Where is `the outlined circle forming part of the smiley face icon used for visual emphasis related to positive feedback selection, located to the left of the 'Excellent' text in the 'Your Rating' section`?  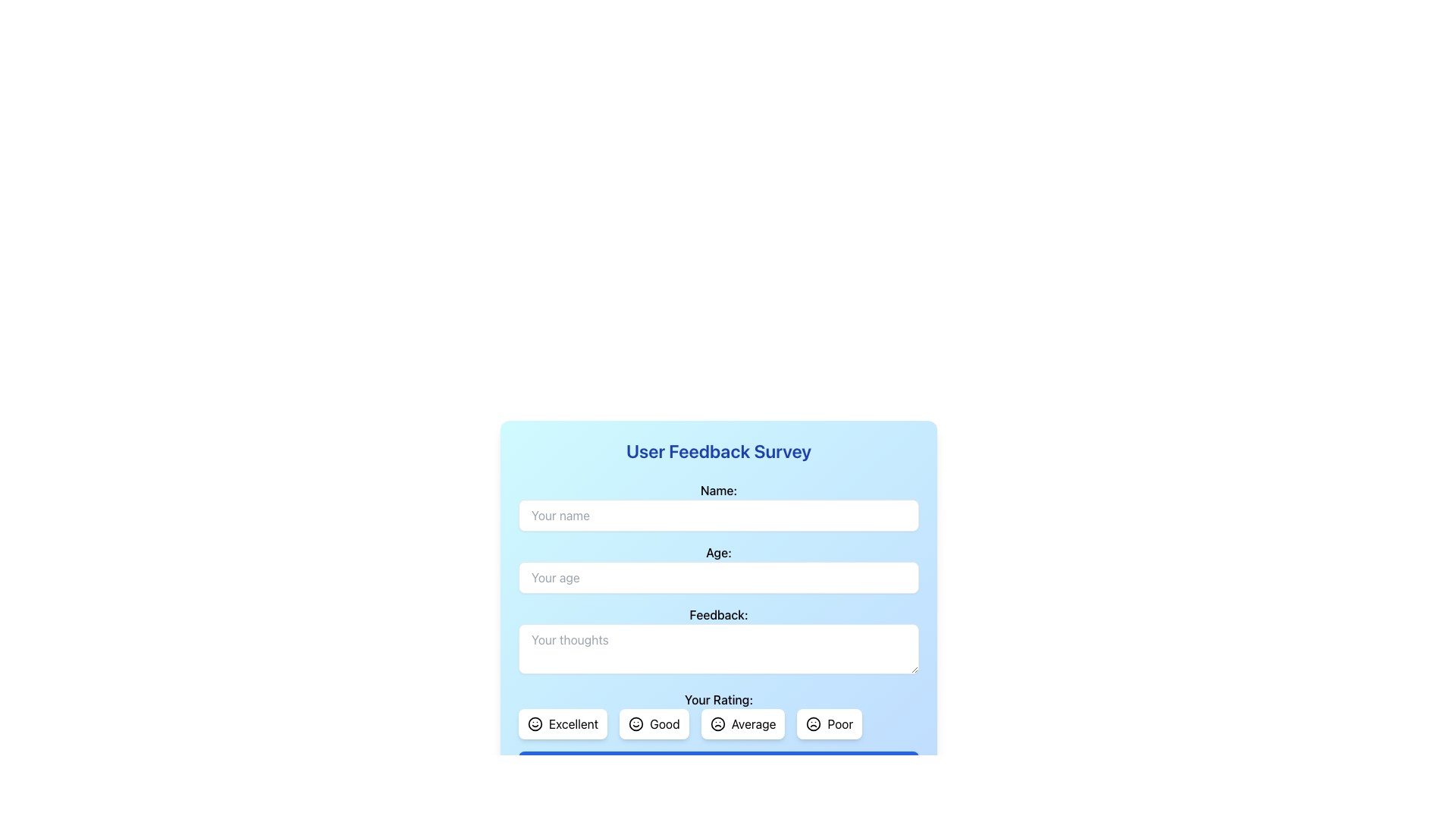 the outlined circle forming part of the smiley face icon used for visual emphasis related to positive feedback selection, located to the left of the 'Excellent' text in the 'Your Rating' section is located at coordinates (535, 723).